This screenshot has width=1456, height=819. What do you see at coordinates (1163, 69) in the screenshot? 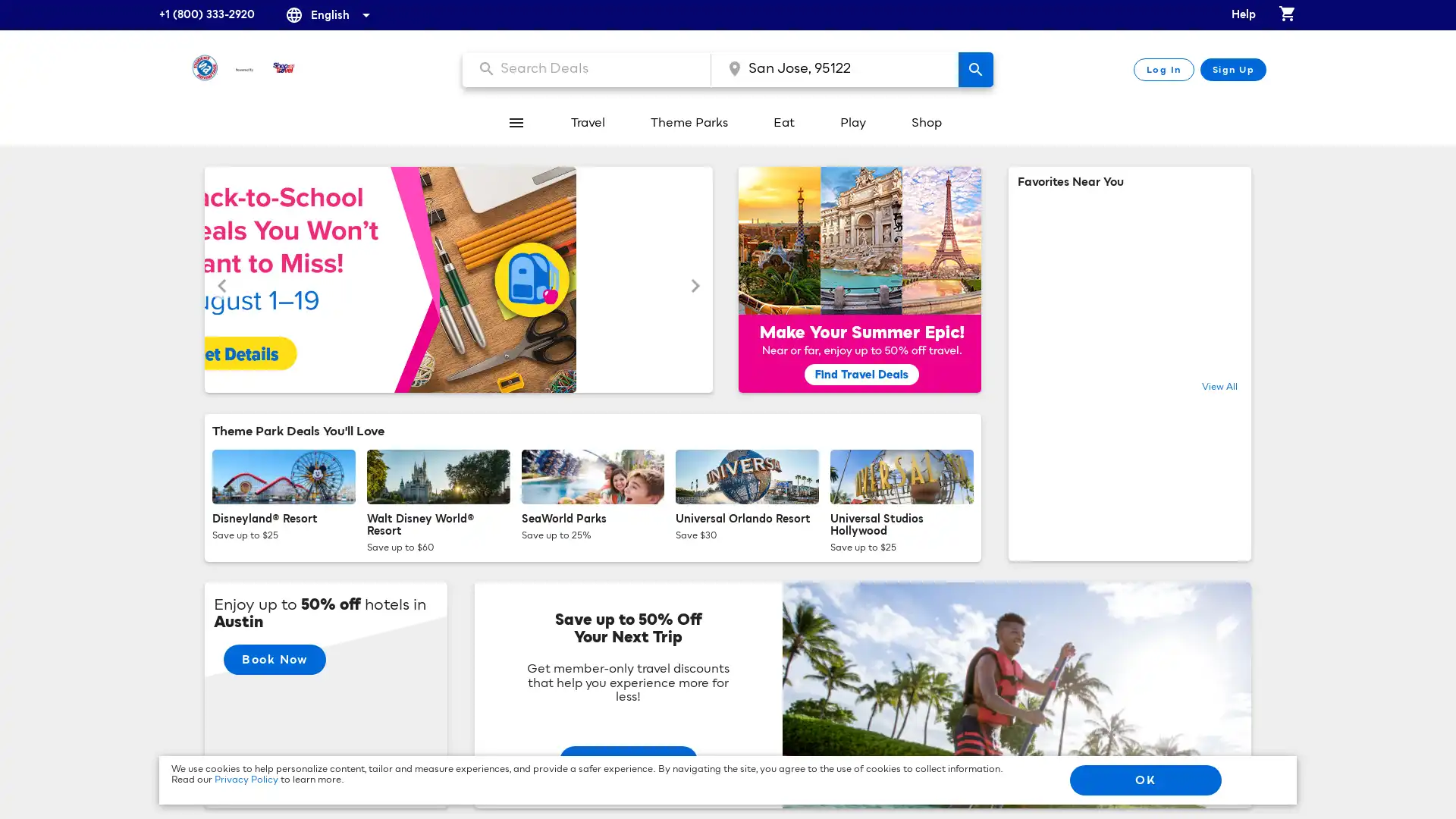
I see `Log In` at bounding box center [1163, 69].